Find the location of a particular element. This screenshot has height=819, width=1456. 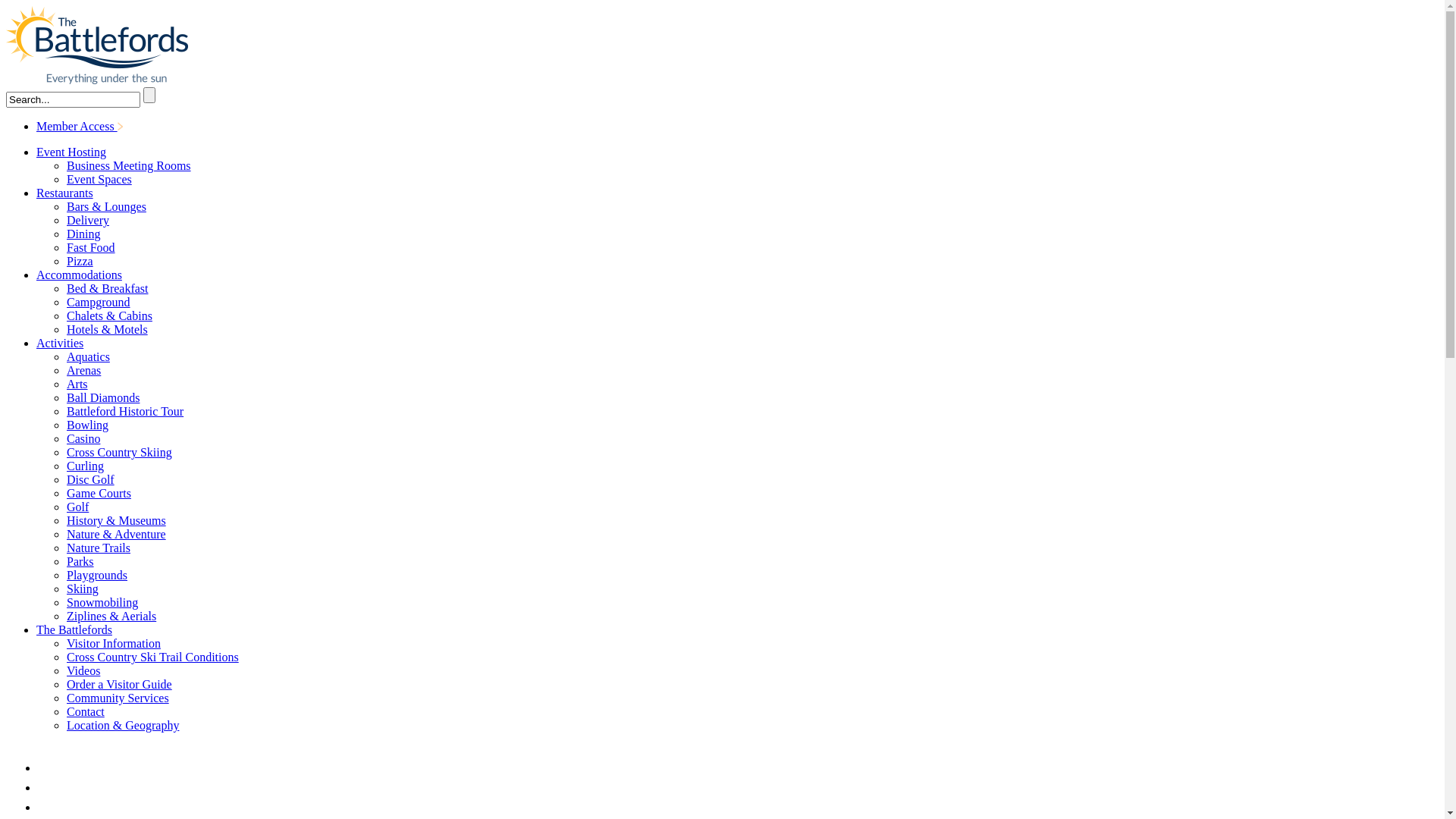

'Snowmobiling' is located at coordinates (101, 601).